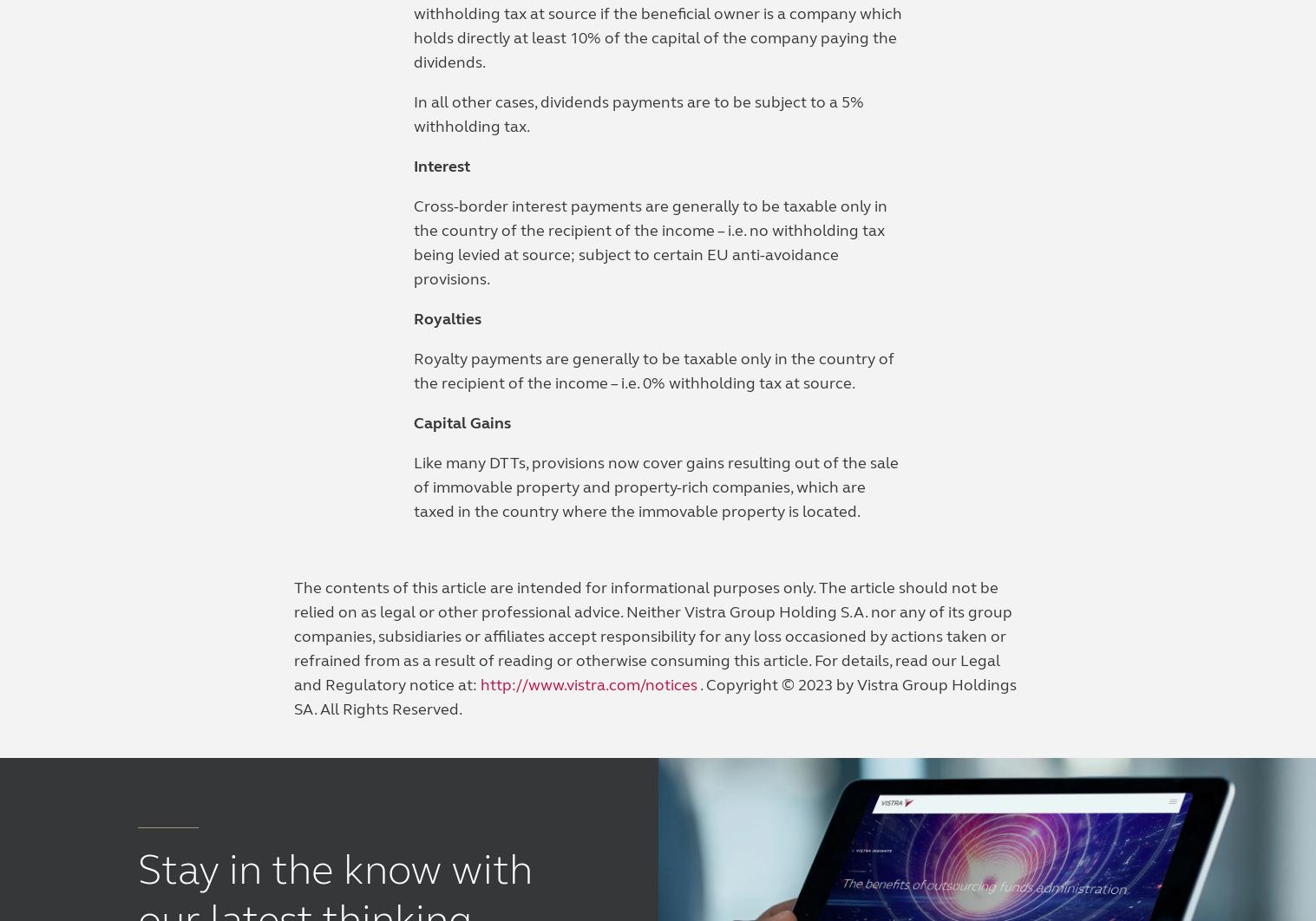 This screenshot has width=1316, height=921. What do you see at coordinates (173, 826) in the screenshot?
I see `'©2023 Vistra'` at bounding box center [173, 826].